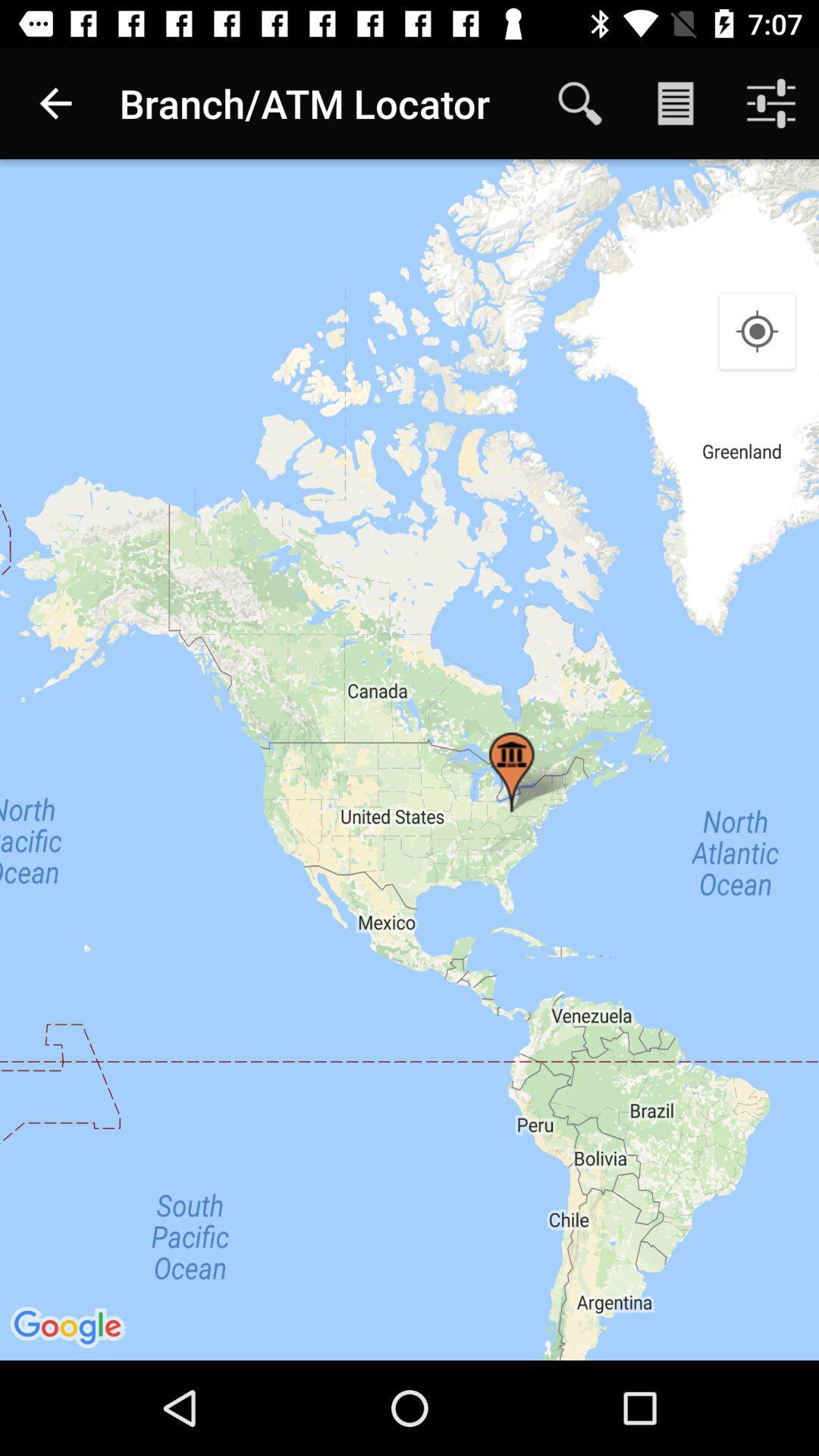  I want to click on the location_crosshair icon, so click(757, 331).